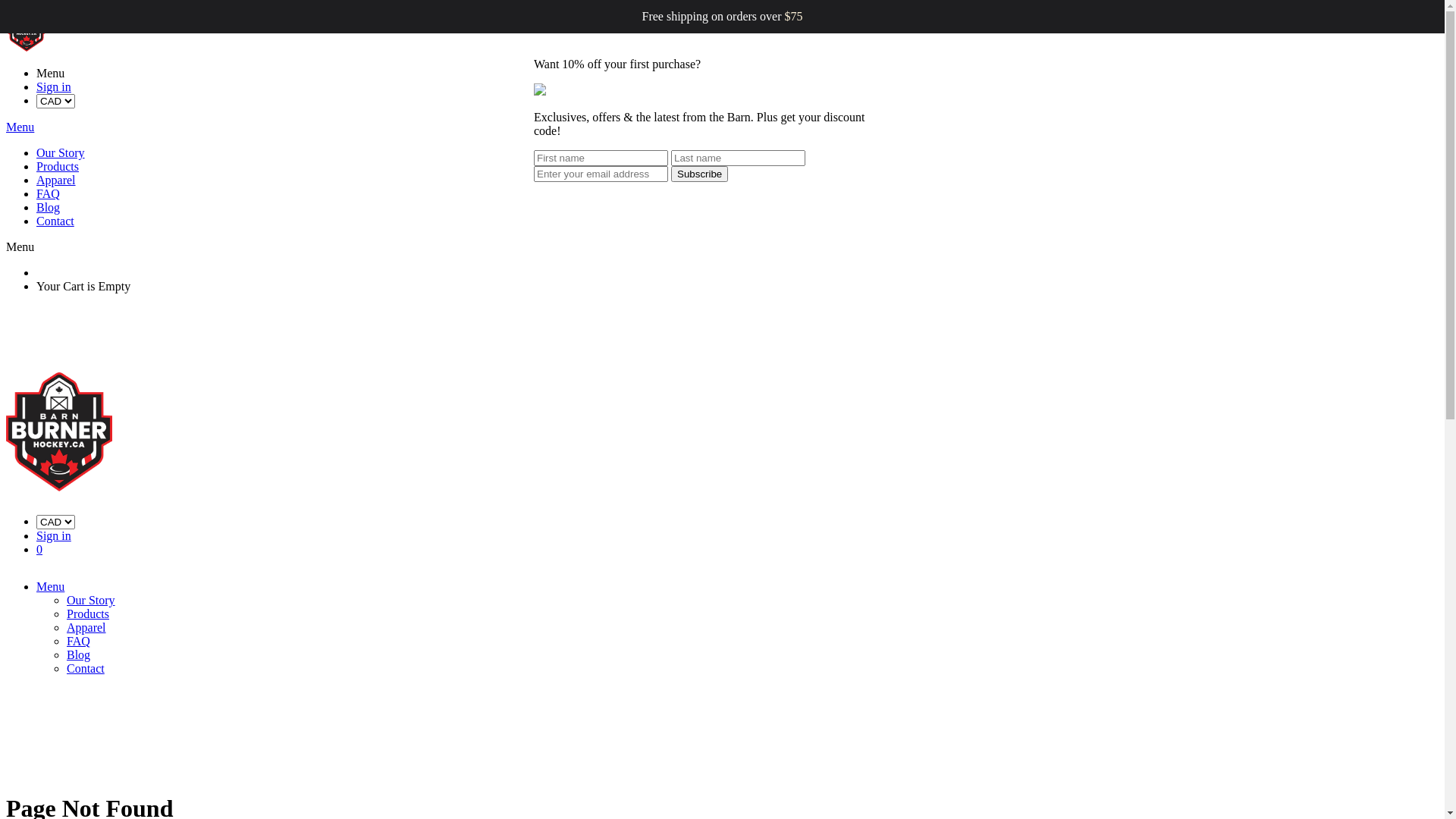 The width and height of the screenshot is (1456, 819). I want to click on 'Contact', so click(65, 667).